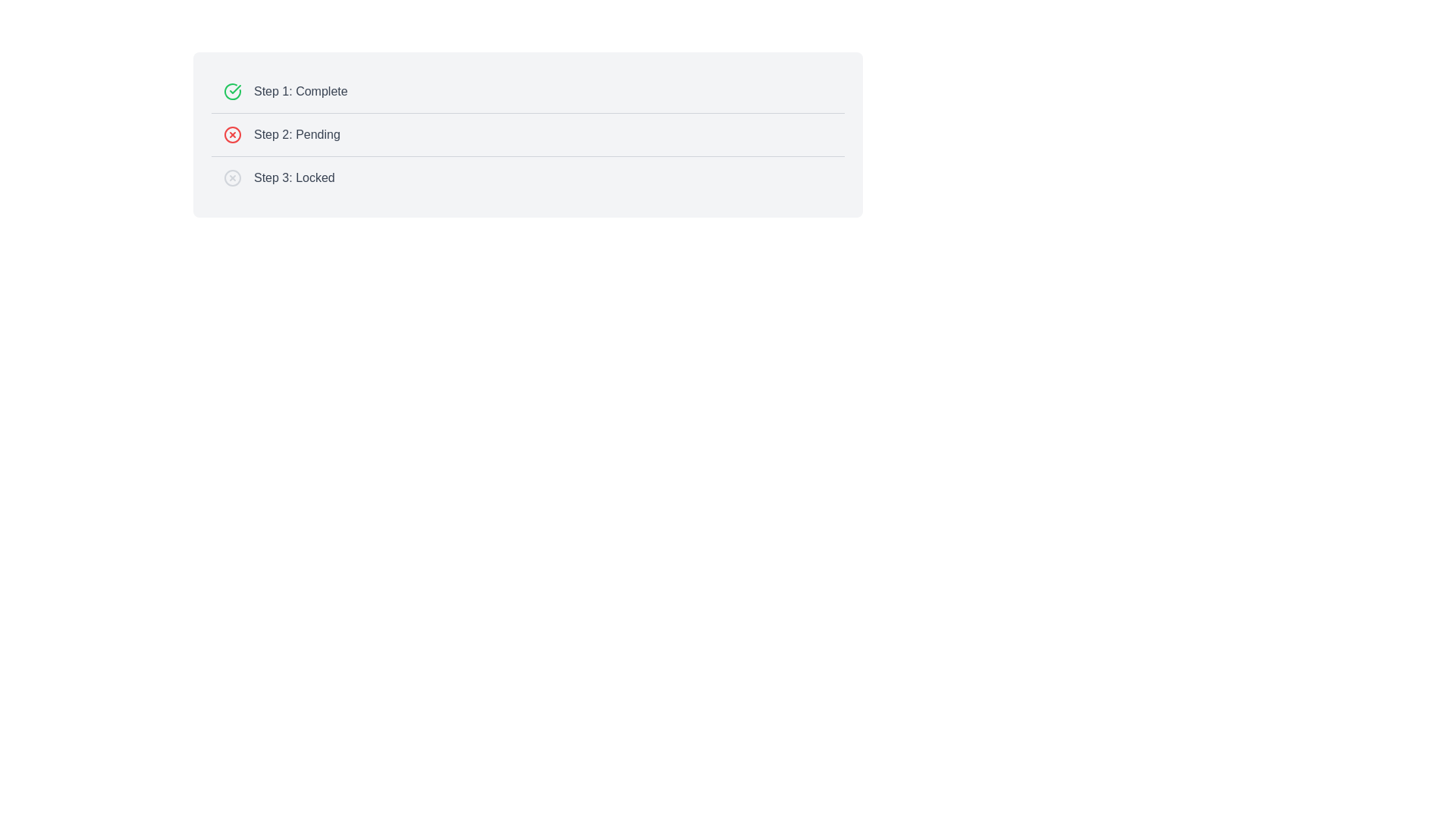  What do you see at coordinates (297, 133) in the screenshot?
I see `the 'Pending' status indicator for 'Step 2', which is located below 'Step 1: Complete' and above 'Step 3: Locked'` at bounding box center [297, 133].